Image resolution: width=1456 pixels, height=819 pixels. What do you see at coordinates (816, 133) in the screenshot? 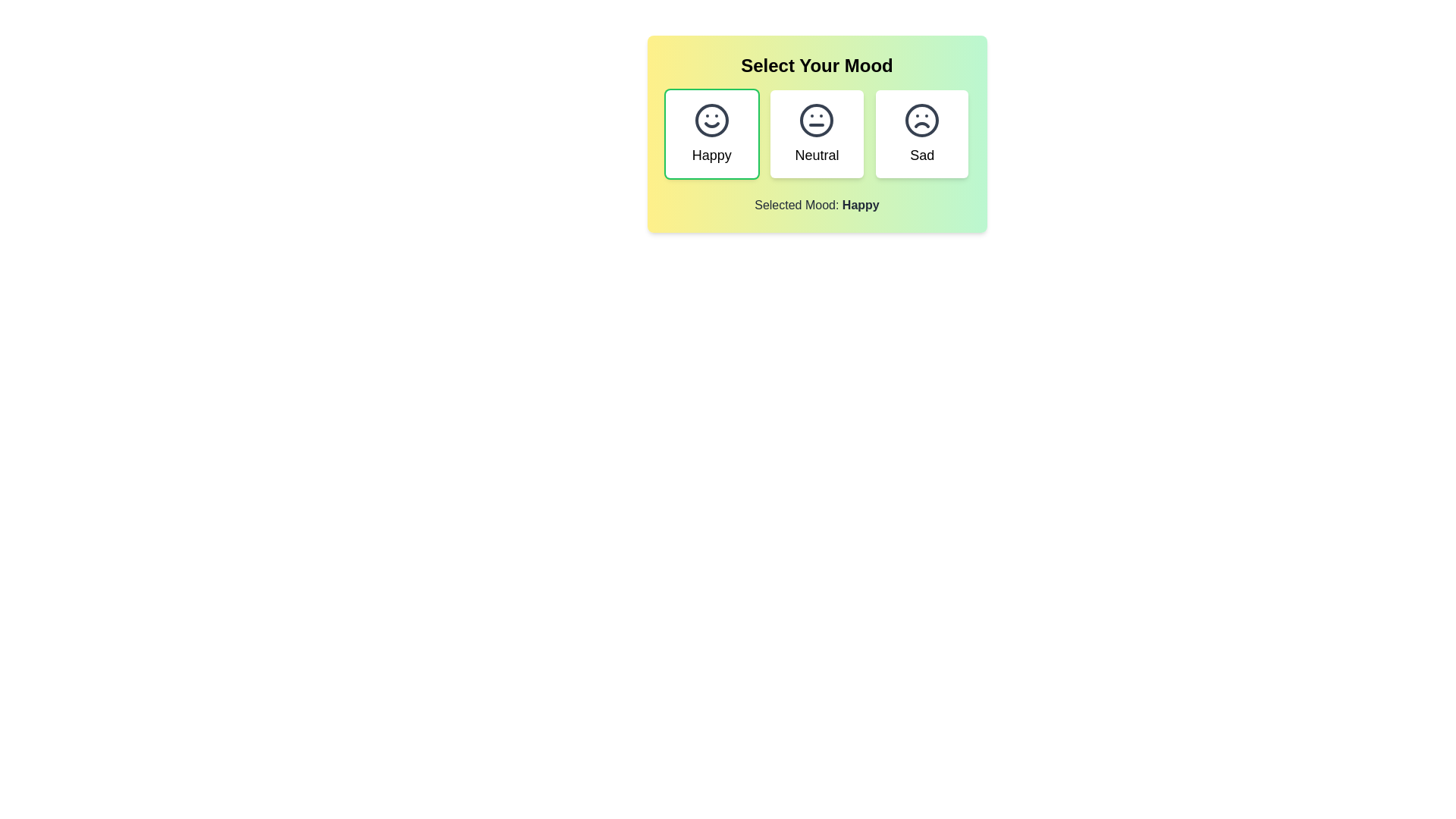
I see `the 'Neutral' mood option button` at bounding box center [816, 133].